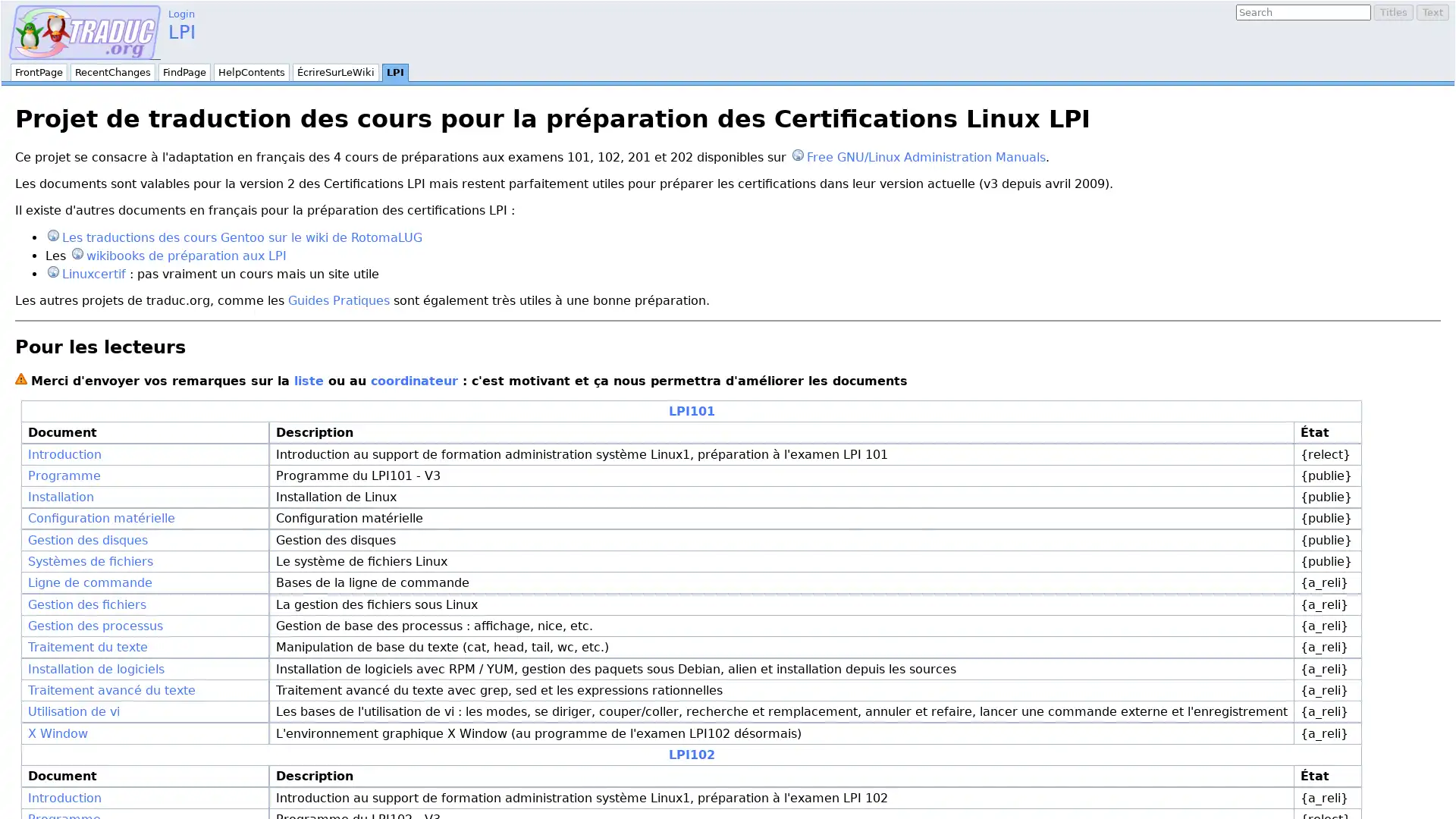  I want to click on Text, so click(1432, 12).